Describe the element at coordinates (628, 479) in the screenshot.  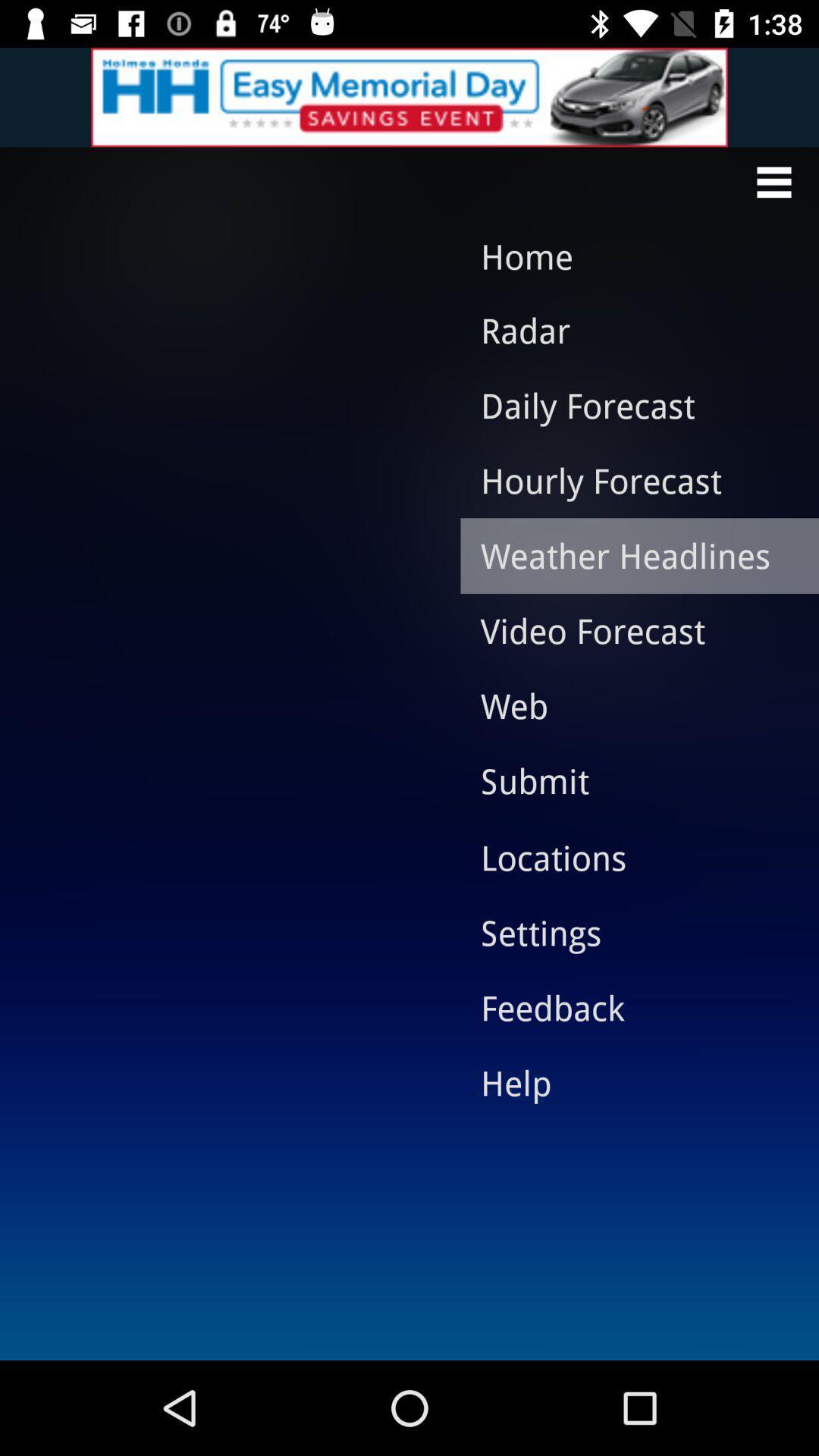
I see `hourly forecast` at that location.